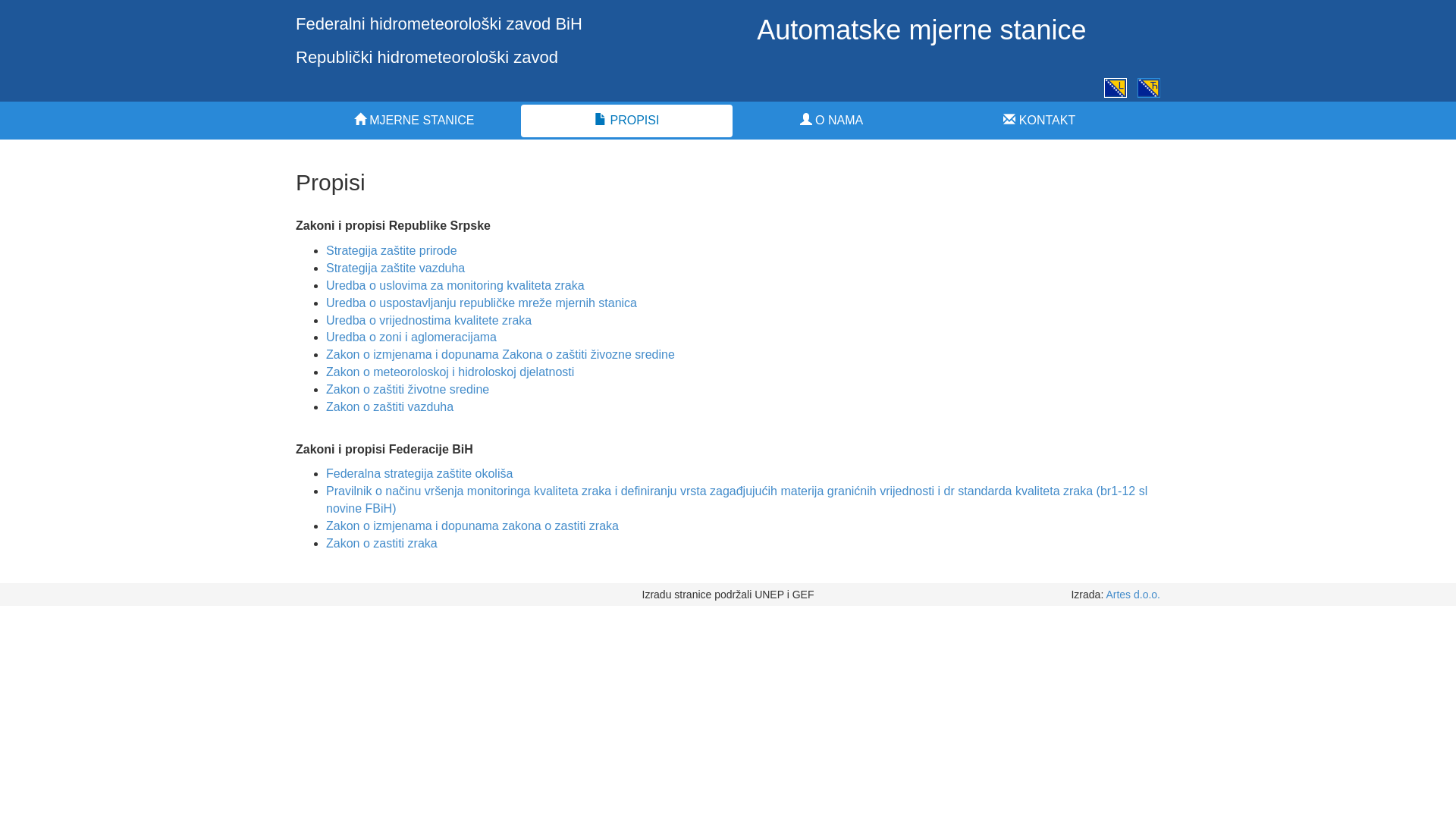 This screenshot has width=1456, height=819. I want to click on 'O NAMA', so click(830, 120).